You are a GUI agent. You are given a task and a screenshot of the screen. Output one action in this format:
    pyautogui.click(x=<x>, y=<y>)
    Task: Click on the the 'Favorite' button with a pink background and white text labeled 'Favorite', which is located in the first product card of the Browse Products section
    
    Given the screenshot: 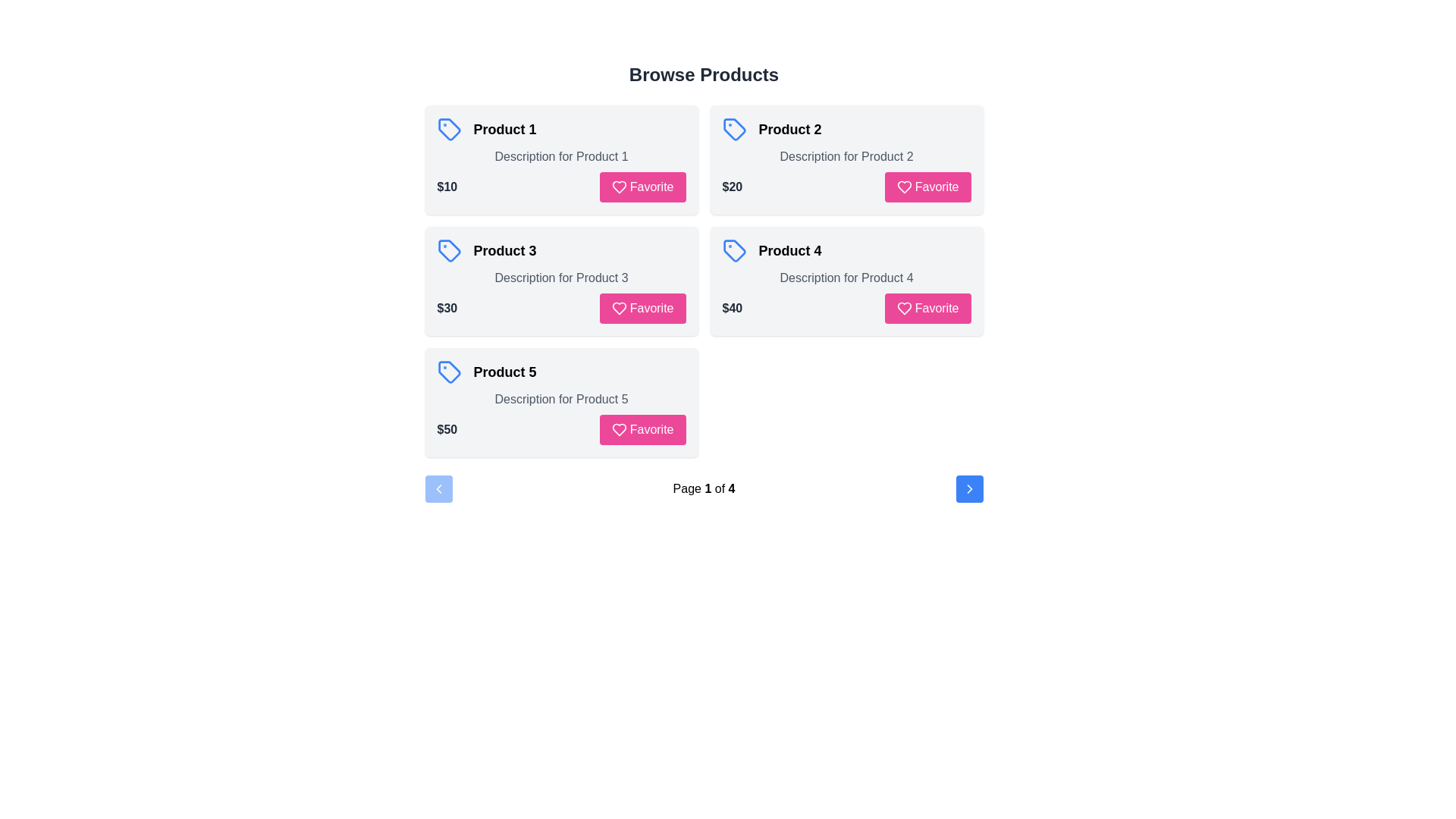 What is the action you would take?
    pyautogui.click(x=642, y=186)
    